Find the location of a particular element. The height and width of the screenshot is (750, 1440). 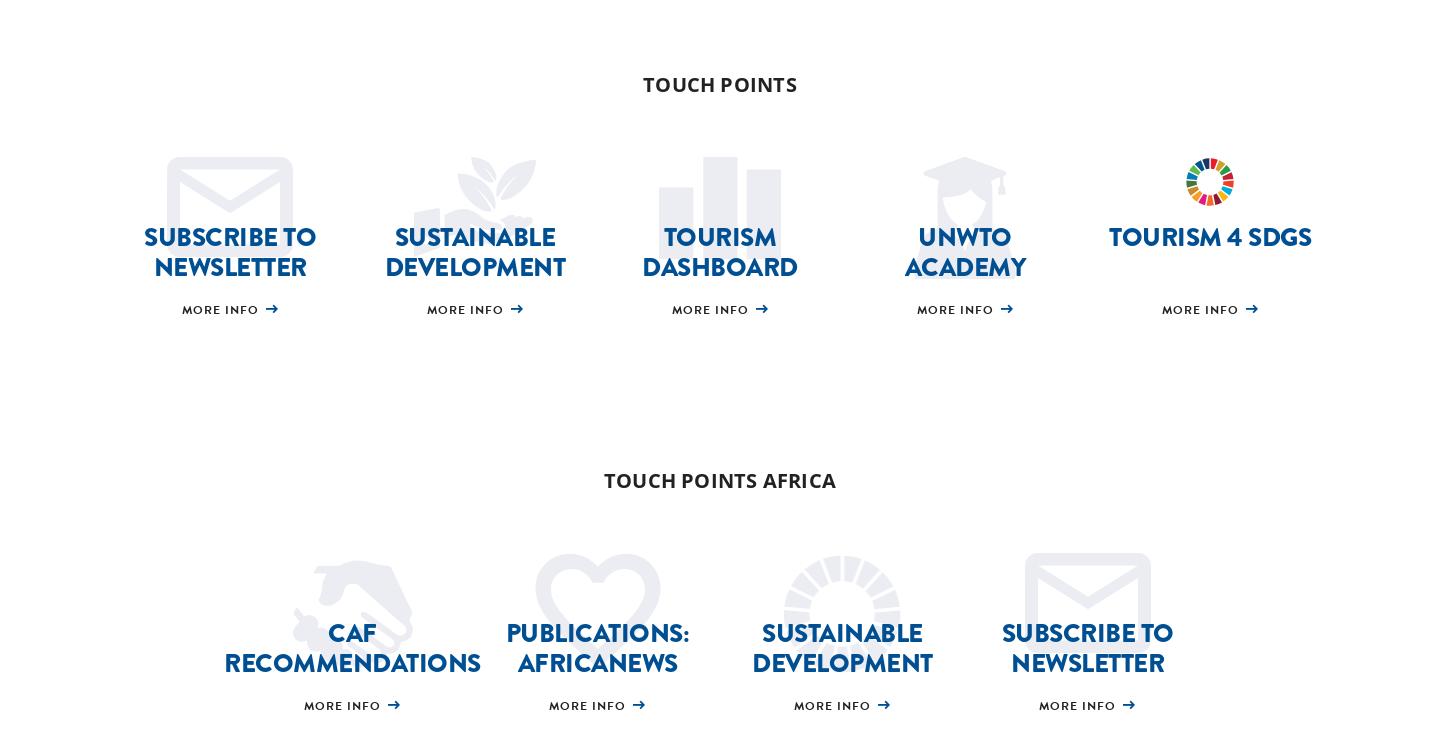

'CAF RECOMMENDATIONS' is located at coordinates (351, 647).